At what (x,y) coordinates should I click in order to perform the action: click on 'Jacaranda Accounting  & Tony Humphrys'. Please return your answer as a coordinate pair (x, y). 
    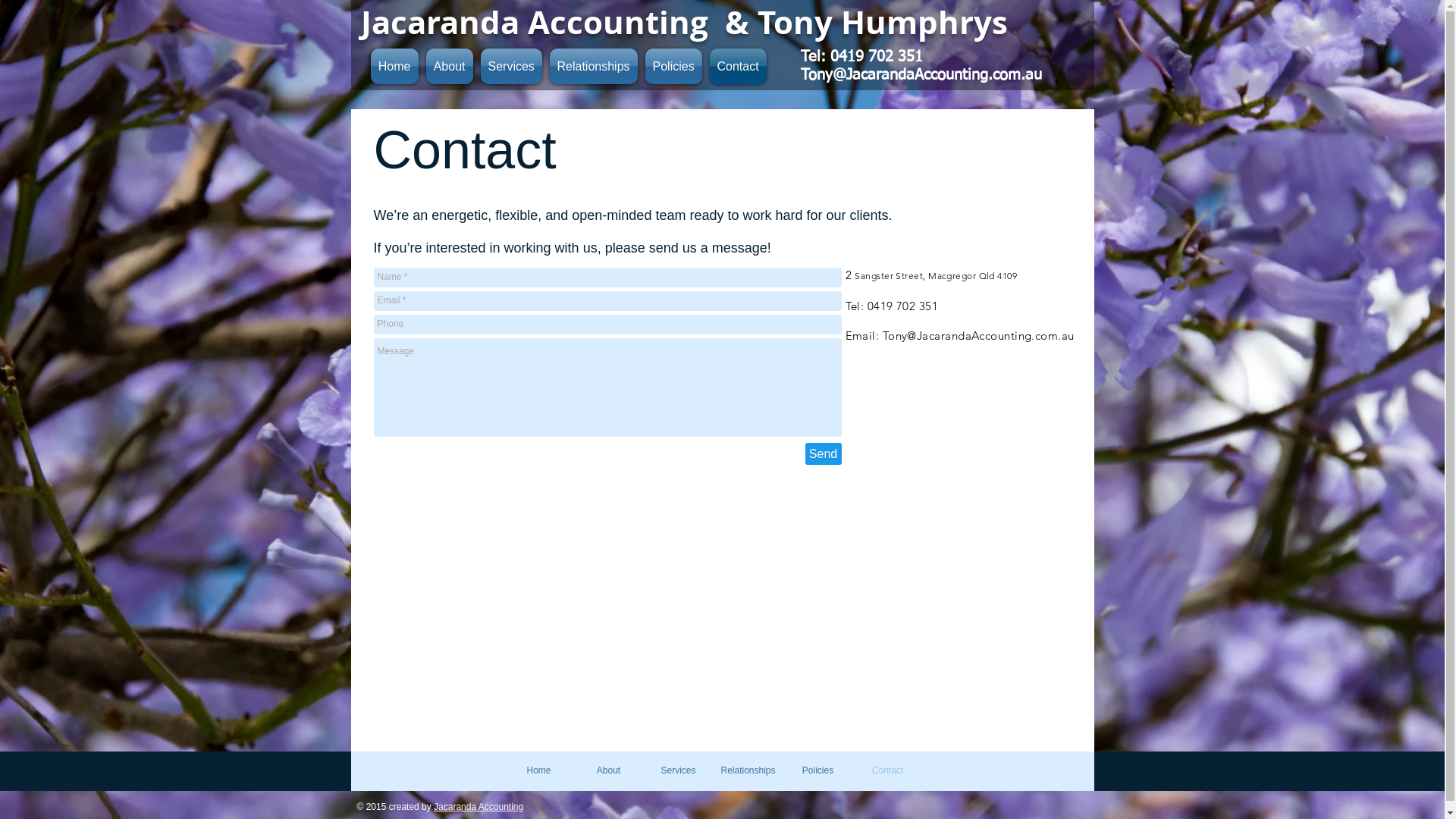
    Looking at the image, I should click on (683, 22).